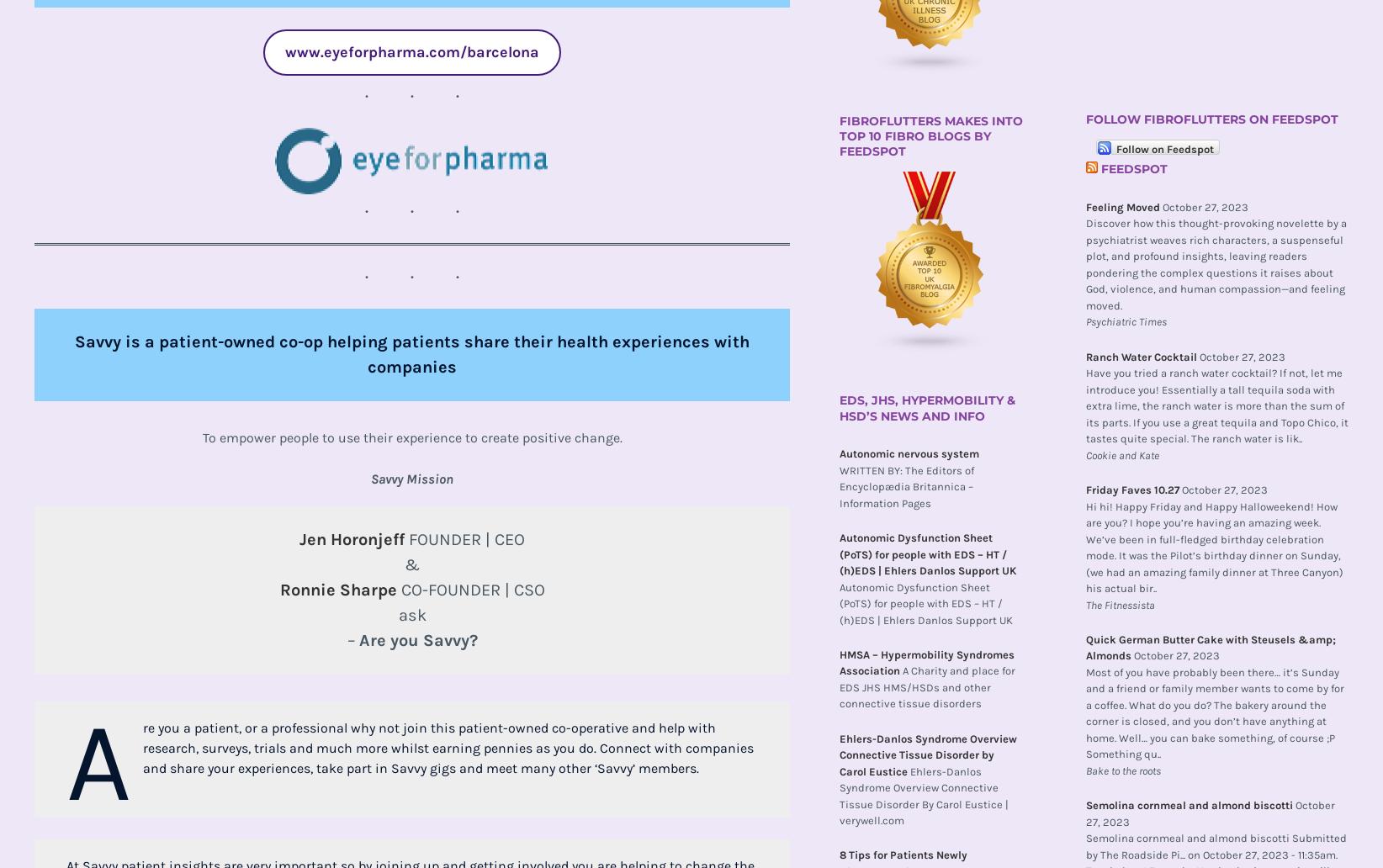 This screenshot has height=868, width=1383. Describe the element at coordinates (1216, 264) in the screenshot. I see `'Discover how this thought-provoking novelette by a psychiatrist weaves rich characters, a suspenseful plot, and profound insights, leaving readers pondering the complex questions it raises about God, violence, and human compassion—and feeling moved.'` at that location.